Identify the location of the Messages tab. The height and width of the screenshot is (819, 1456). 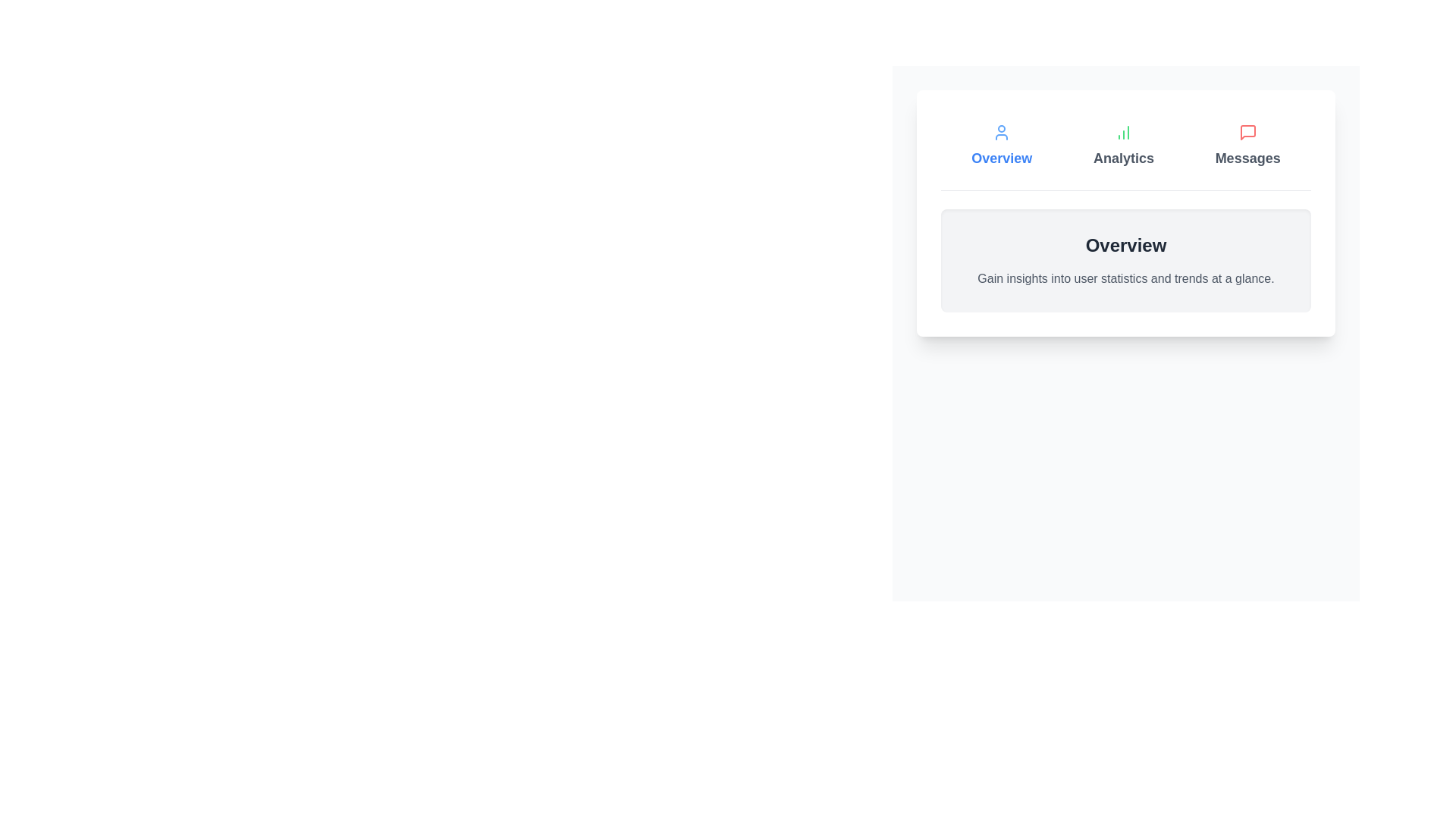
(1247, 146).